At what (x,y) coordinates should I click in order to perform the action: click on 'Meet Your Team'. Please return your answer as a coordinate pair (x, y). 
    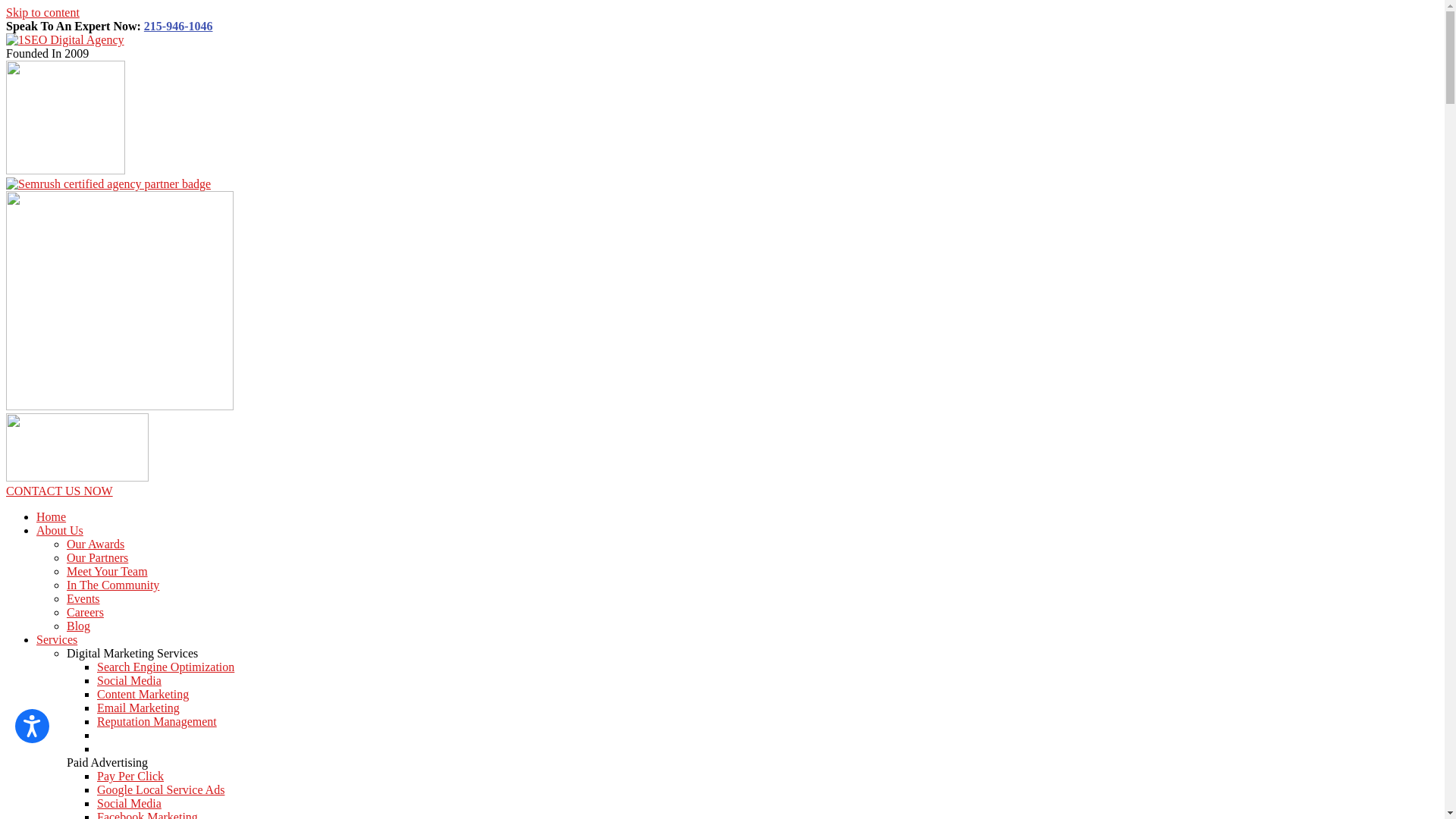
    Looking at the image, I should click on (65, 571).